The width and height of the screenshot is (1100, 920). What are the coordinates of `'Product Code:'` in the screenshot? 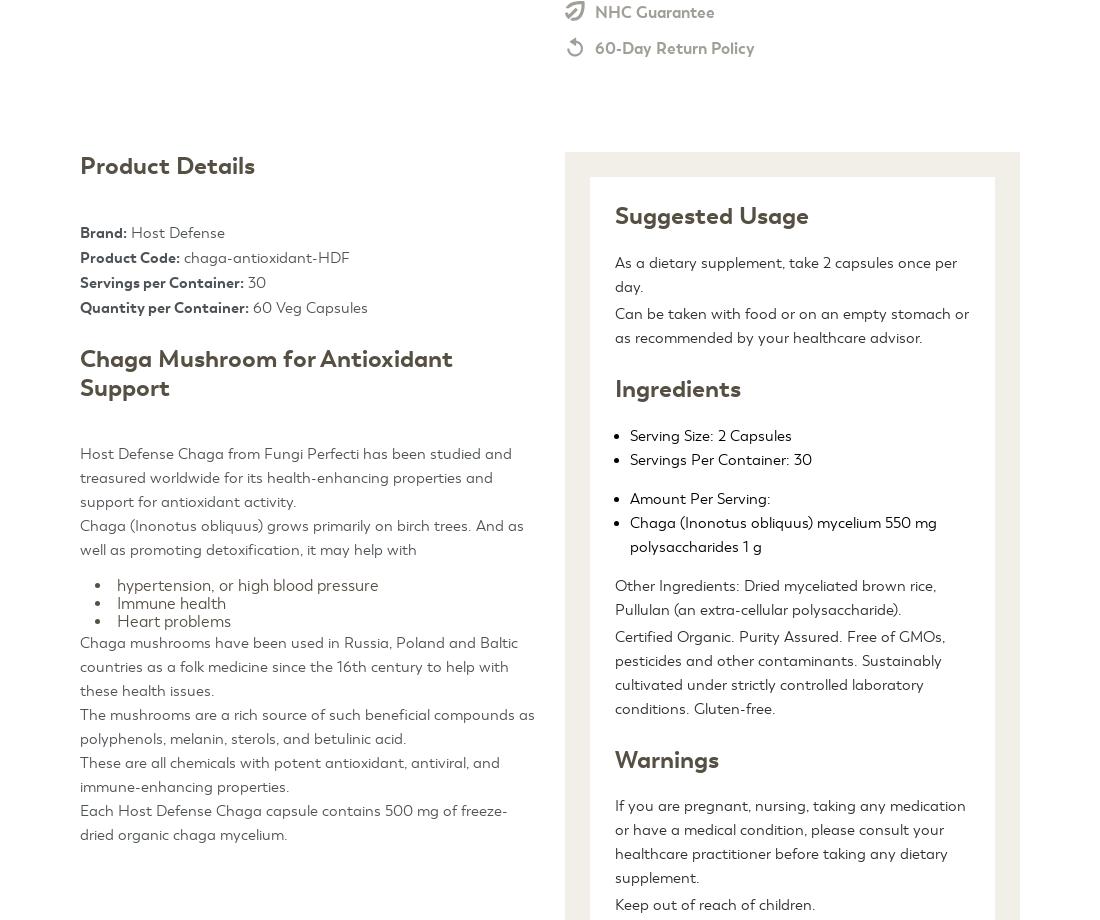 It's located at (130, 257).